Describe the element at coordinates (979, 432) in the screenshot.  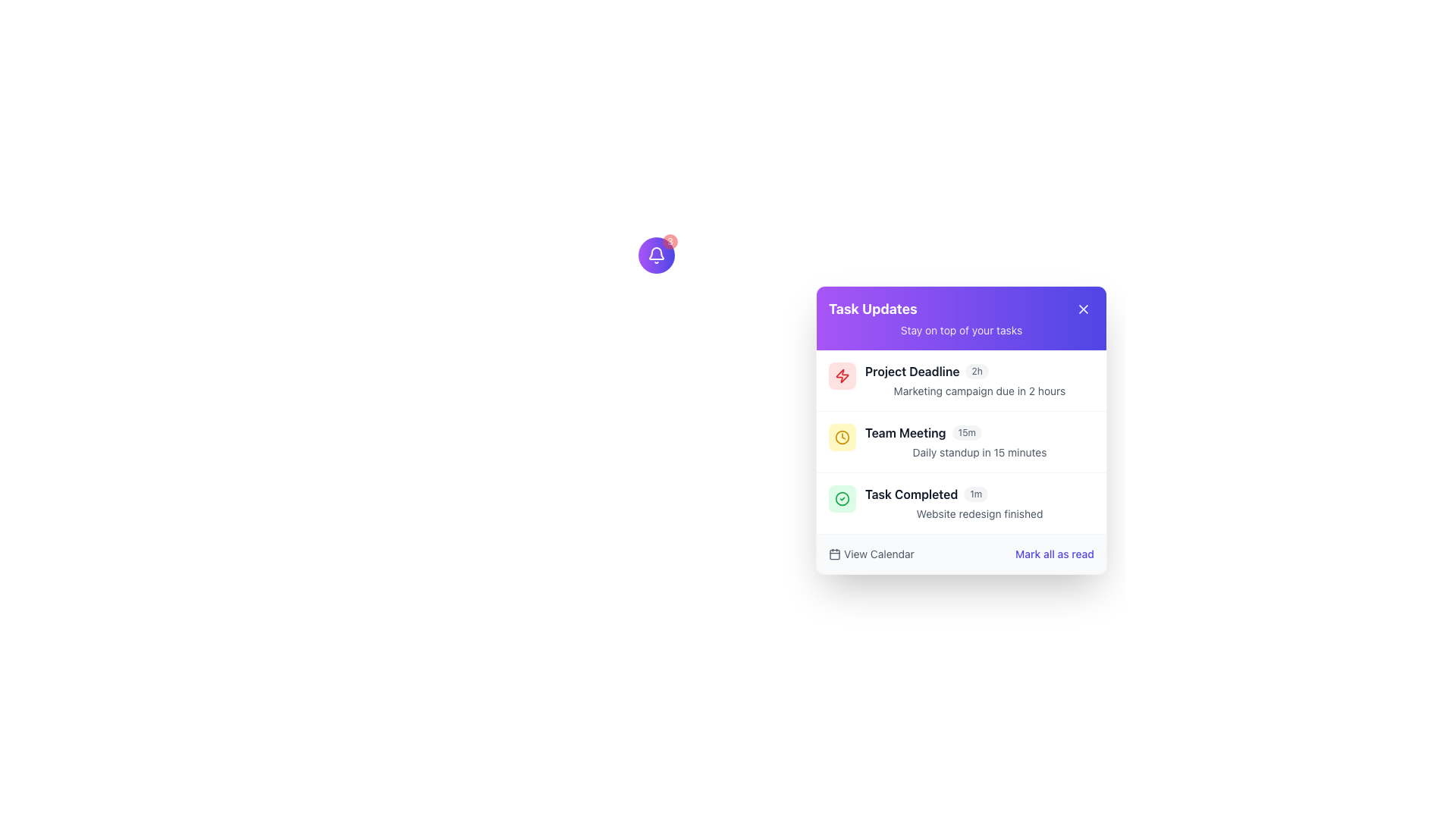
I see `the 'Team Meeting' notification entry in the 'Task Updates' section` at that location.